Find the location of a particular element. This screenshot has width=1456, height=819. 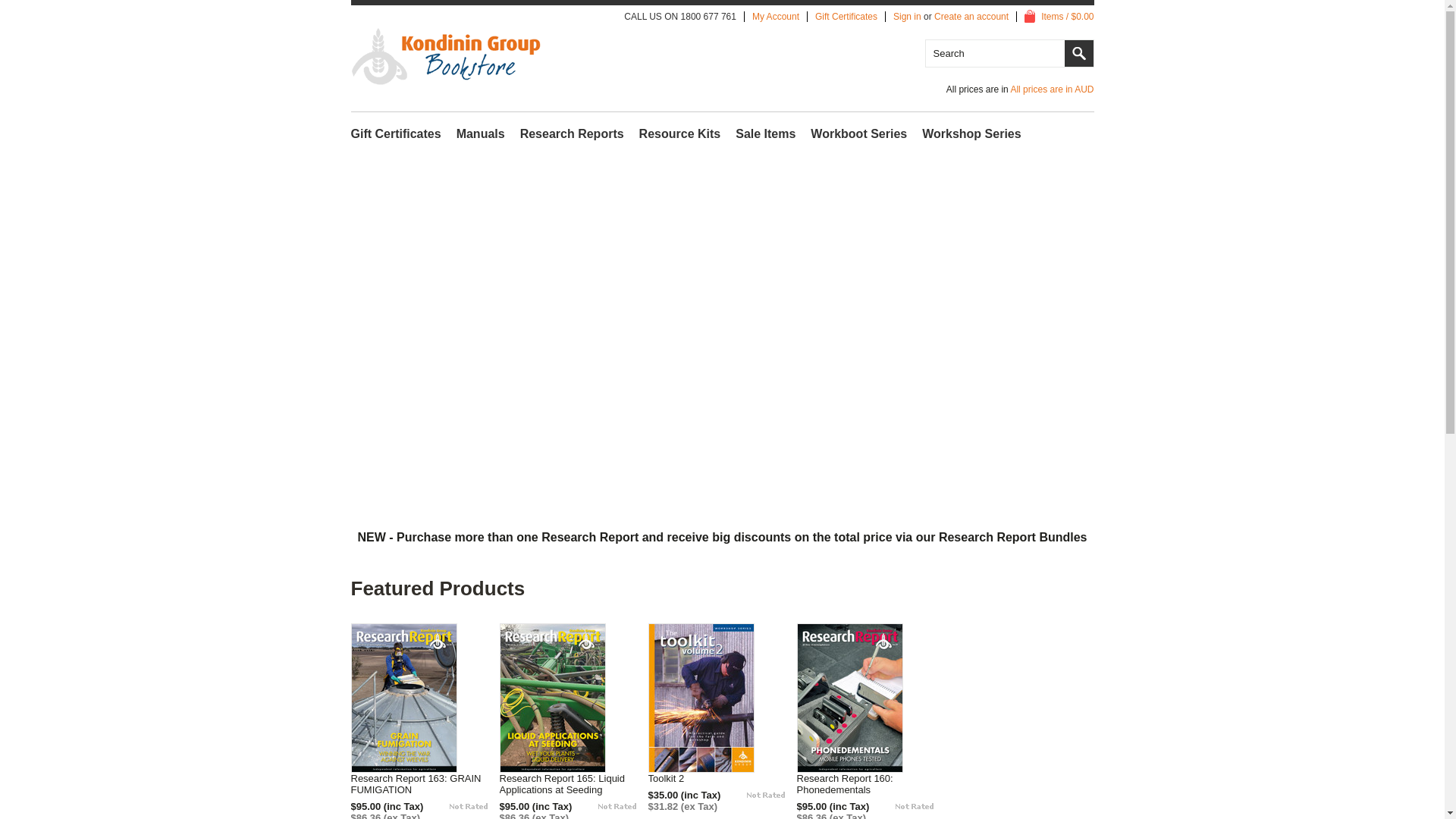

'Research Reports' is located at coordinates (520, 133).